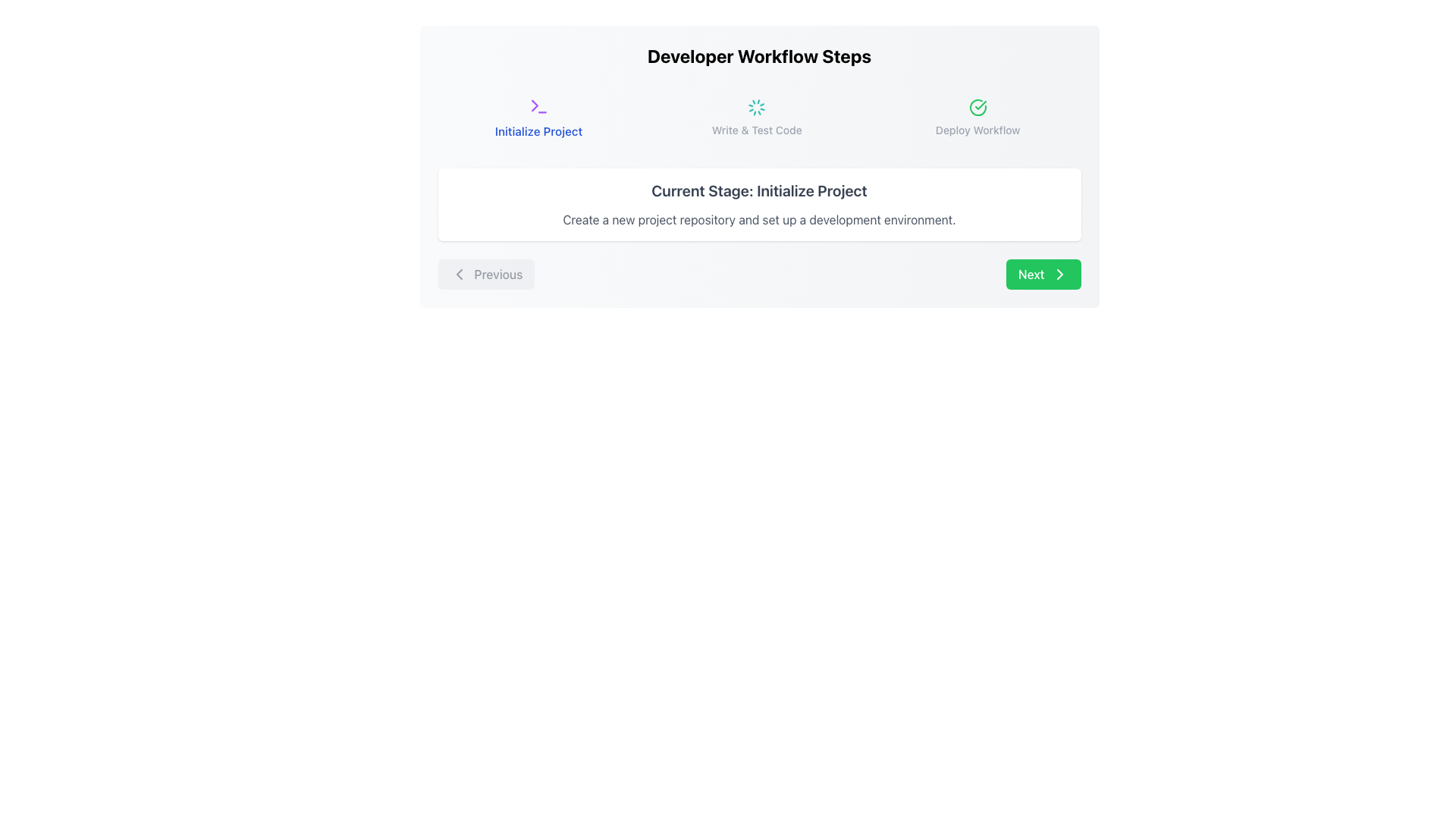 Image resolution: width=1456 pixels, height=819 pixels. I want to click on the circular spinner icon with teal-colored radial lines, located under the 'Write & Test Code' label, which signifies an animated loading indicator, so click(757, 107).